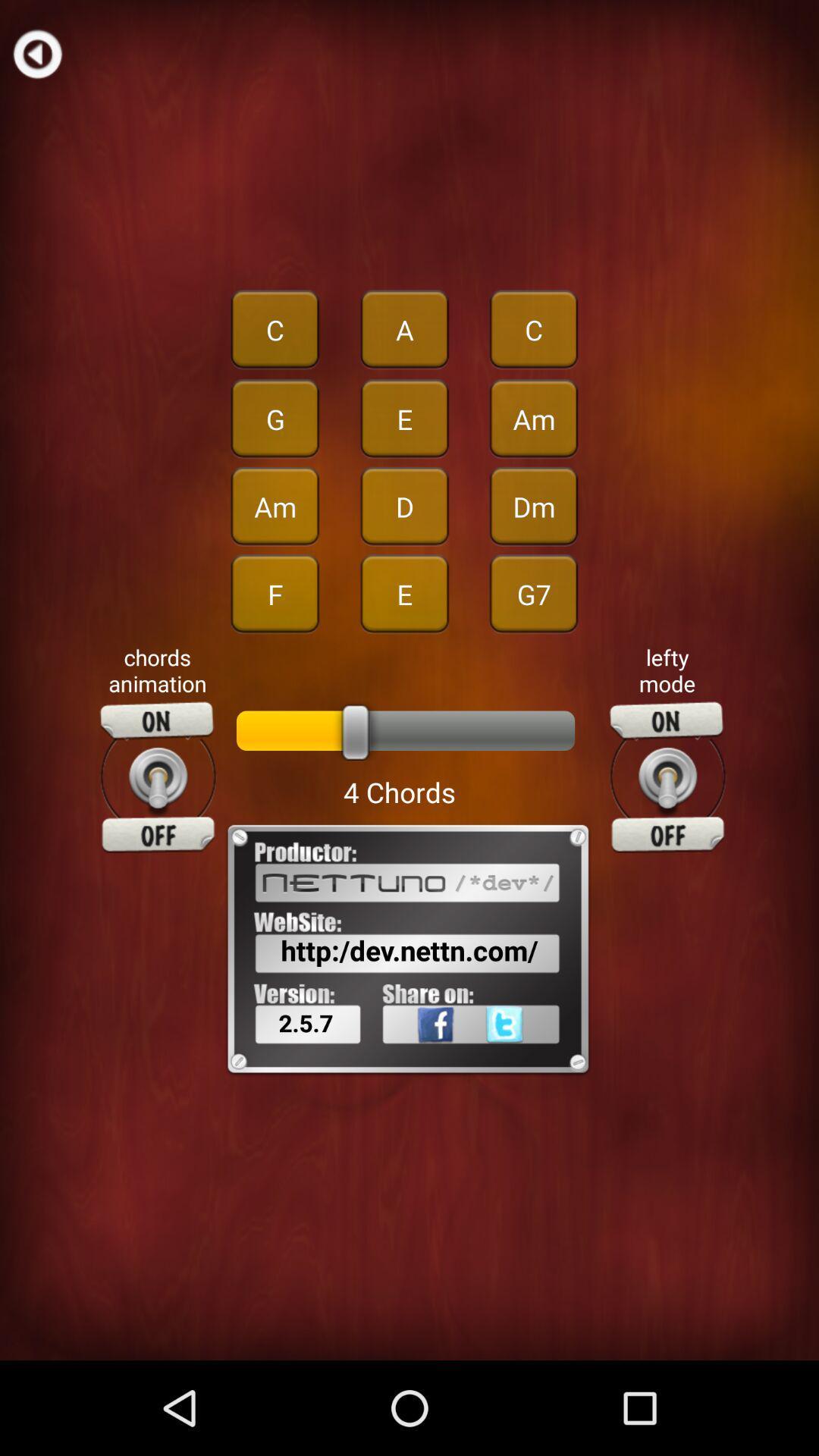 The width and height of the screenshot is (819, 1456). Describe the element at coordinates (36, 53) in the screenshot. I see `go back` at that location.